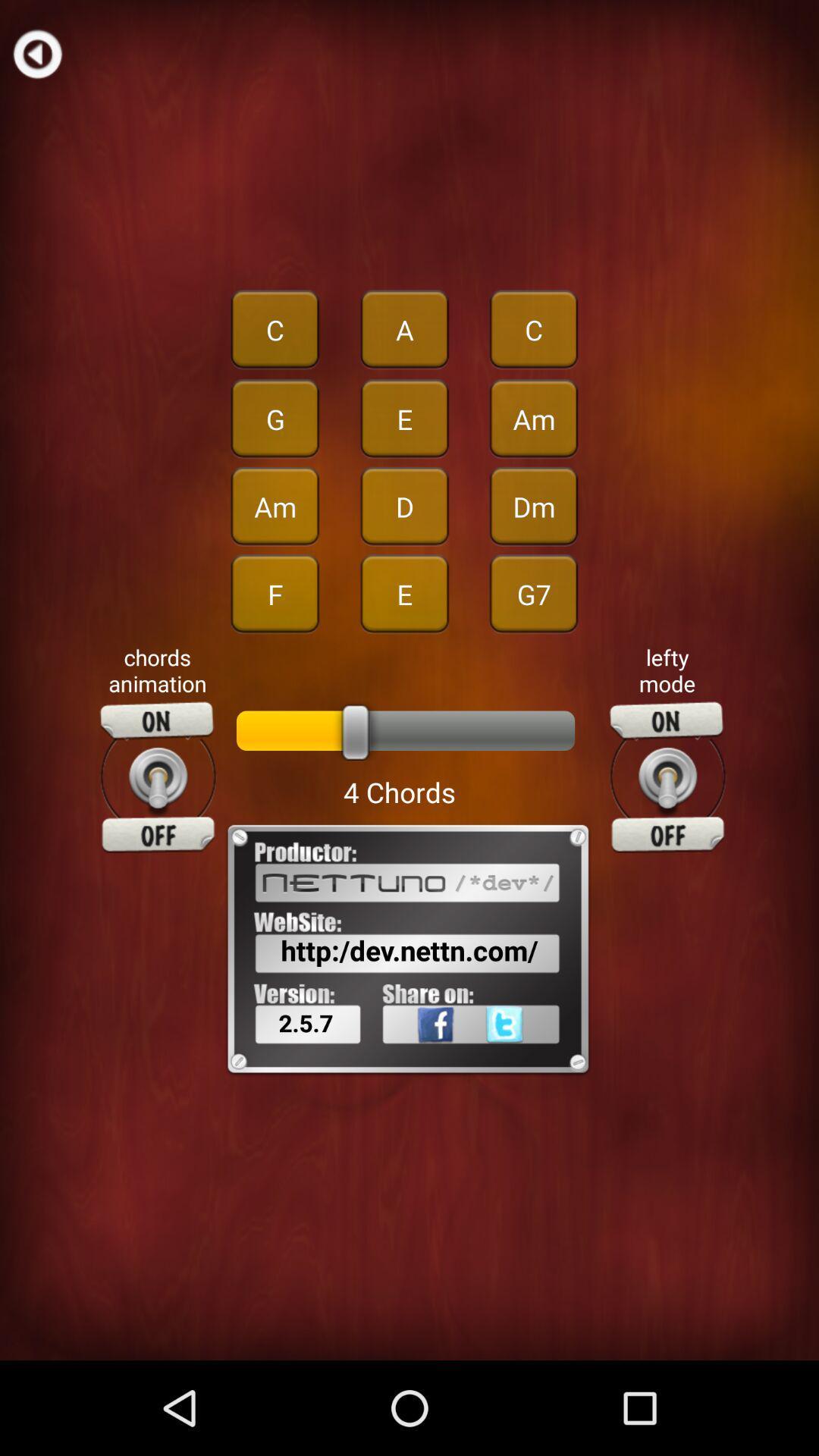 The width and height of the screenshot is (819, 1456). Describe the element at coordinates (36, 53) in the screenshot. I see `go back` at that location.